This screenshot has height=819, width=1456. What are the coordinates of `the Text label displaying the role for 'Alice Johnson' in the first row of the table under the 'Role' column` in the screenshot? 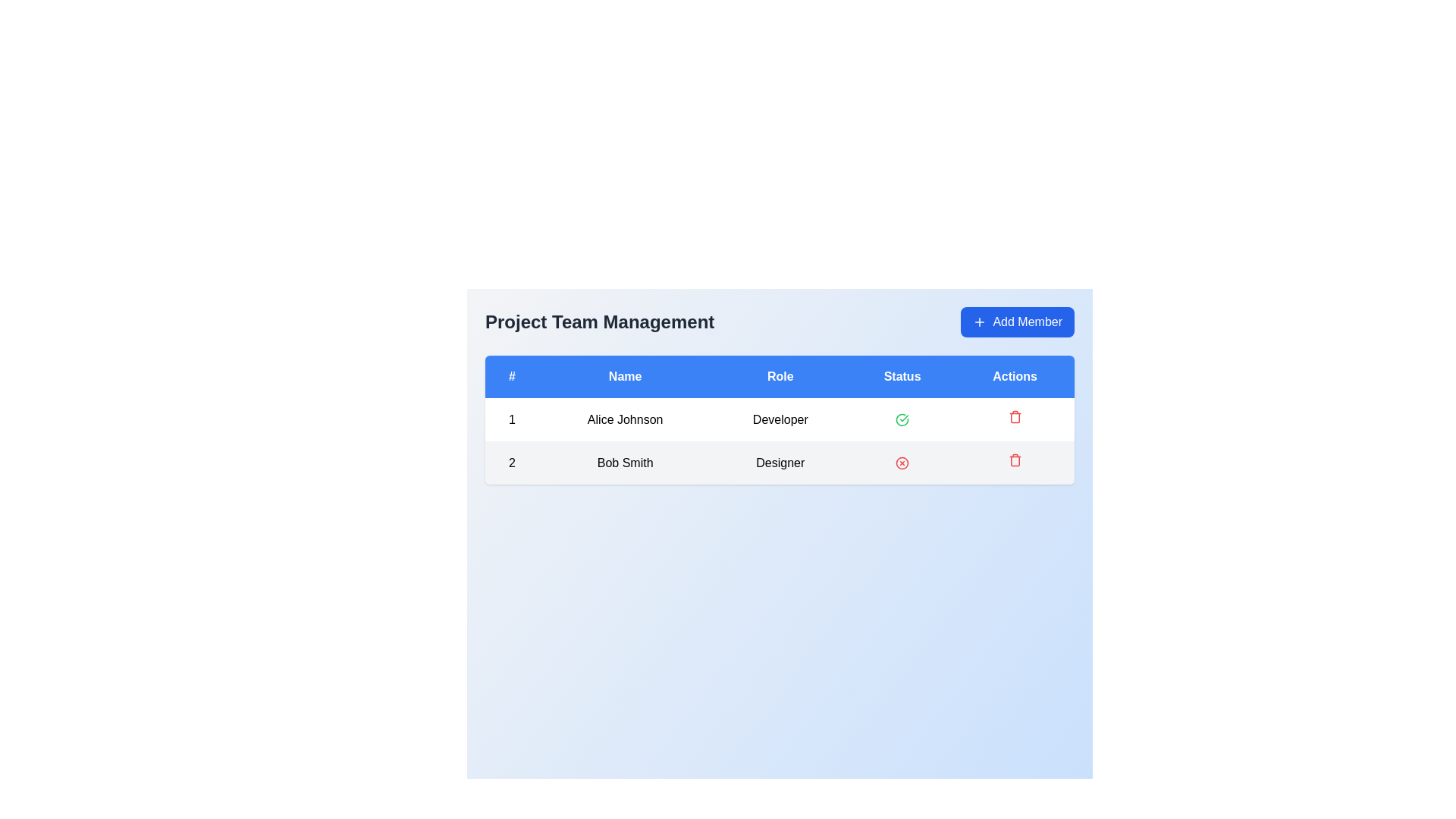 It's located at (780, 419).